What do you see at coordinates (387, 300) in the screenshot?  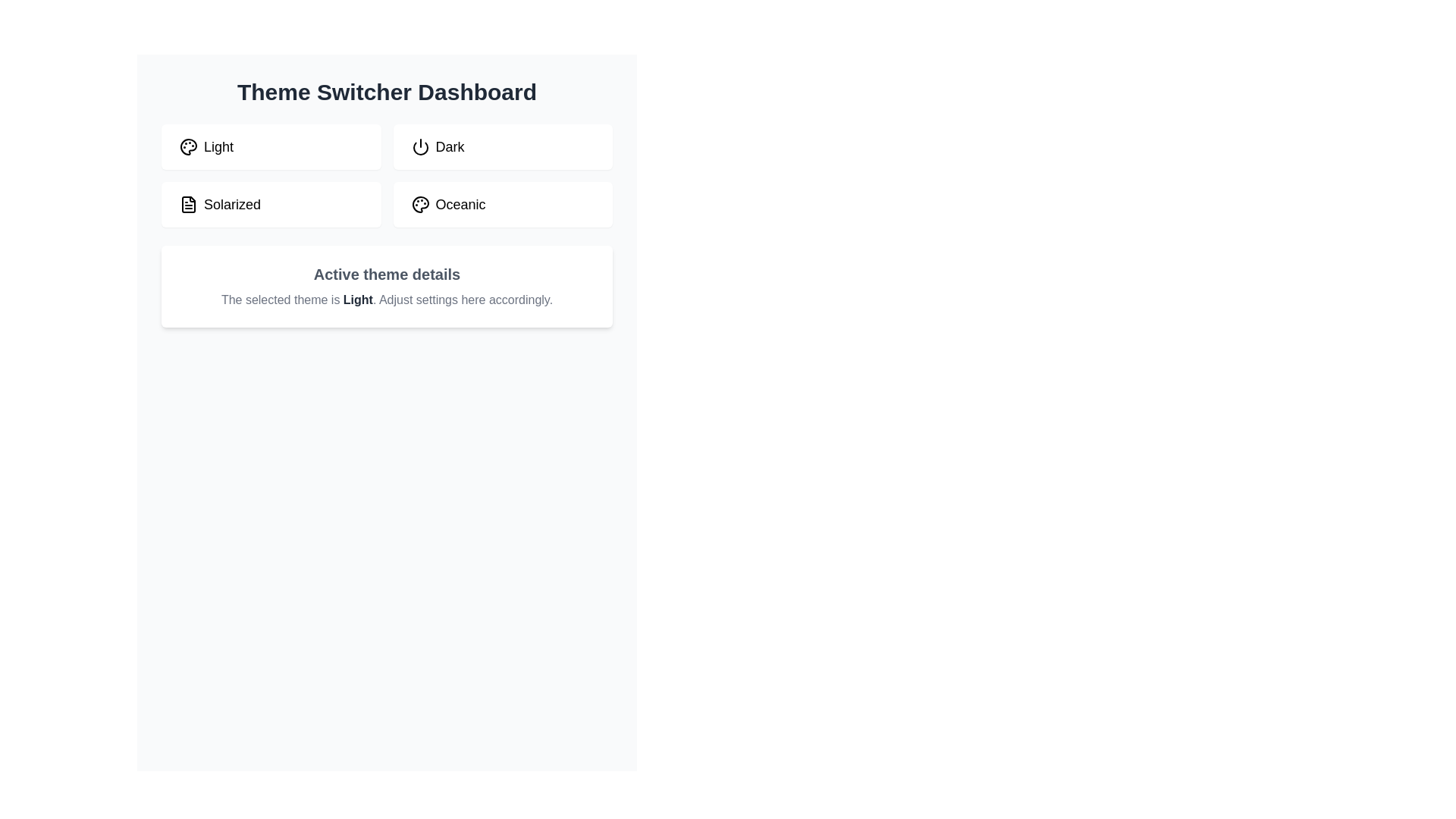 I see `the static text element displaying the message 'The selected theme is Light. Adjust settings here accordingly.' which is located below the heading 'Active theme details'` at bounding box center [387, 300].